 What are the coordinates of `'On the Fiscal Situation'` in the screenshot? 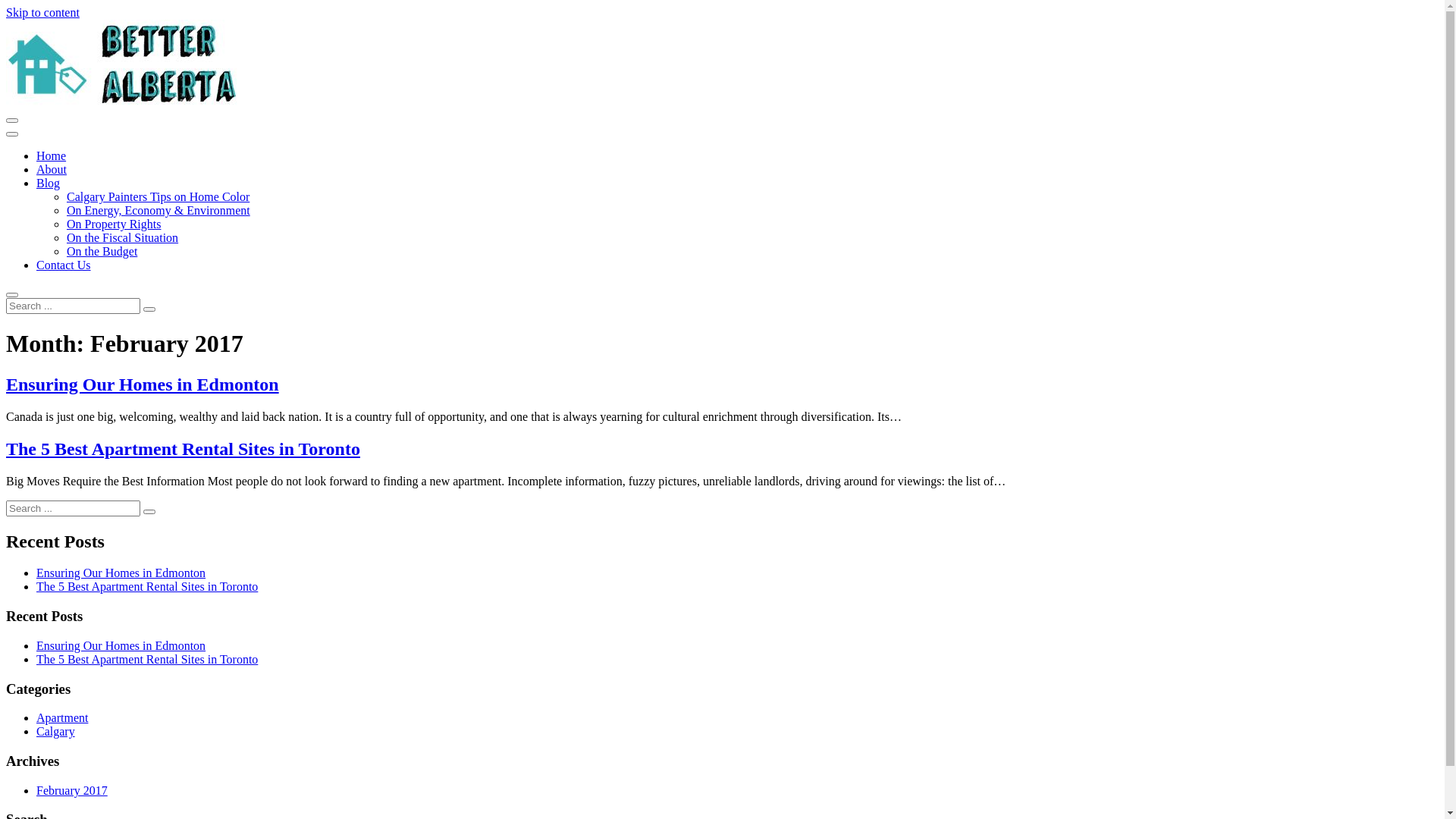 It's located at (122, 237).